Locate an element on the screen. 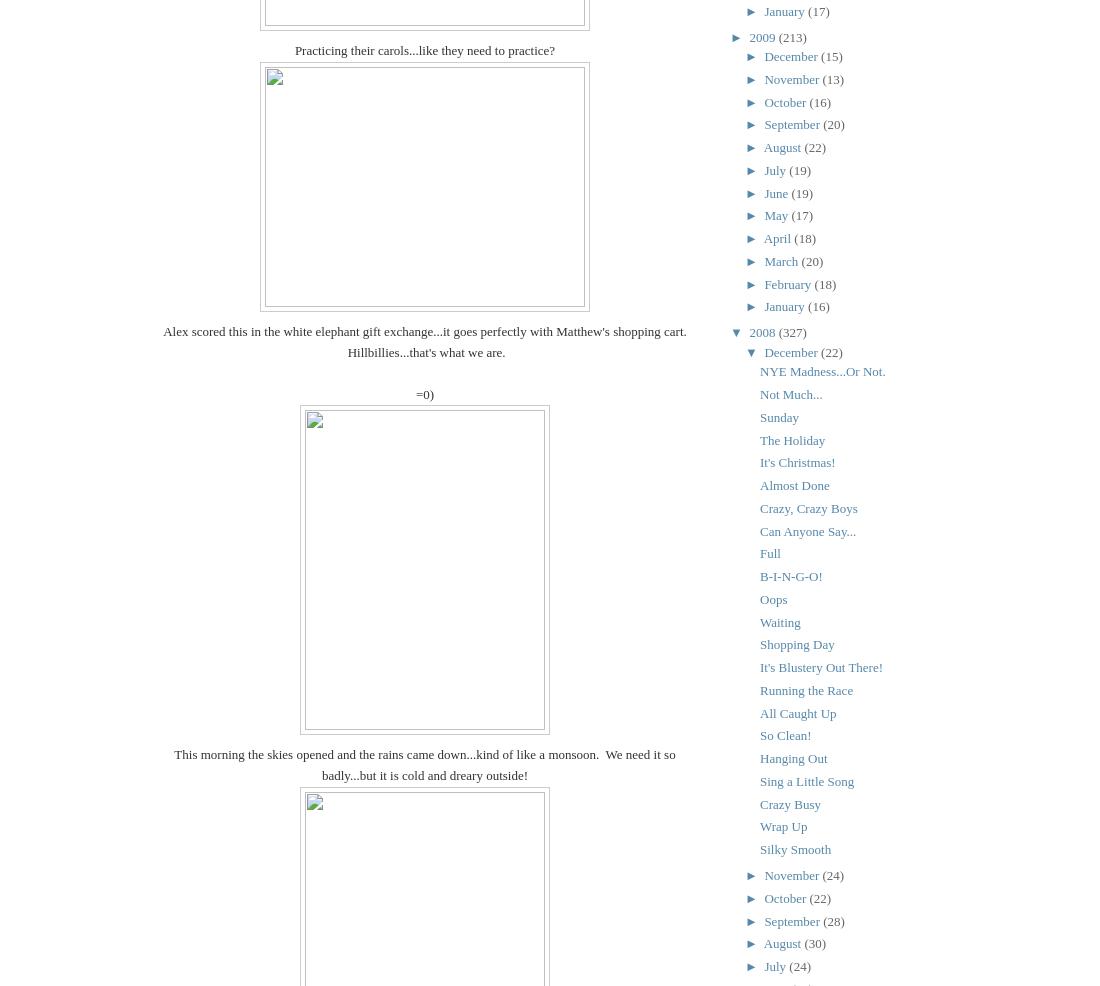 The image size is (1100, 986). '(327)' is located at coordinates (792, 331).